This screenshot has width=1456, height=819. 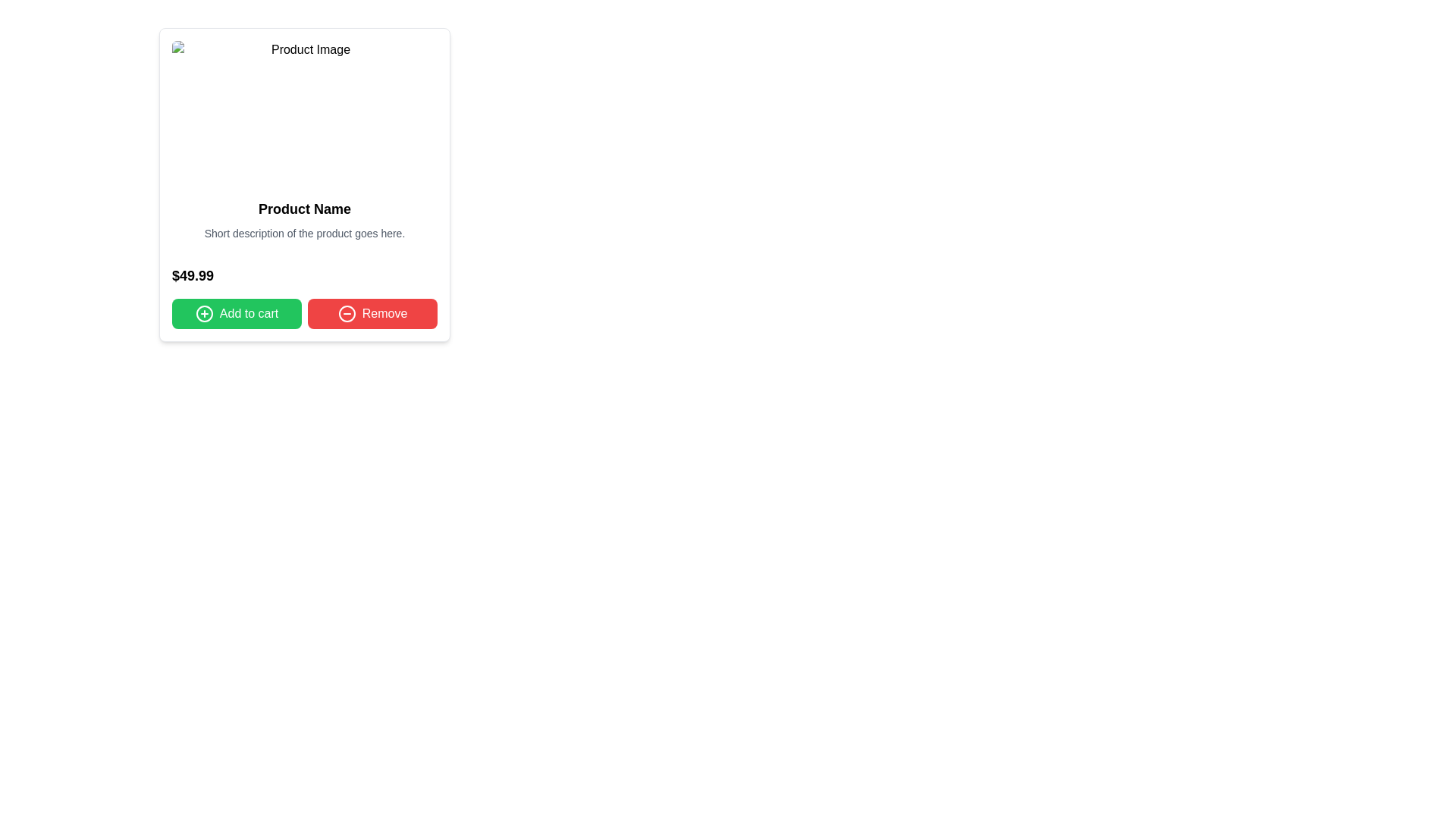 What do you see at coordinates (192, 275) in the screenshot?
I see `the price Text label displayed within the product card interface for accessibility purposes` at bounding box center [192, 275].